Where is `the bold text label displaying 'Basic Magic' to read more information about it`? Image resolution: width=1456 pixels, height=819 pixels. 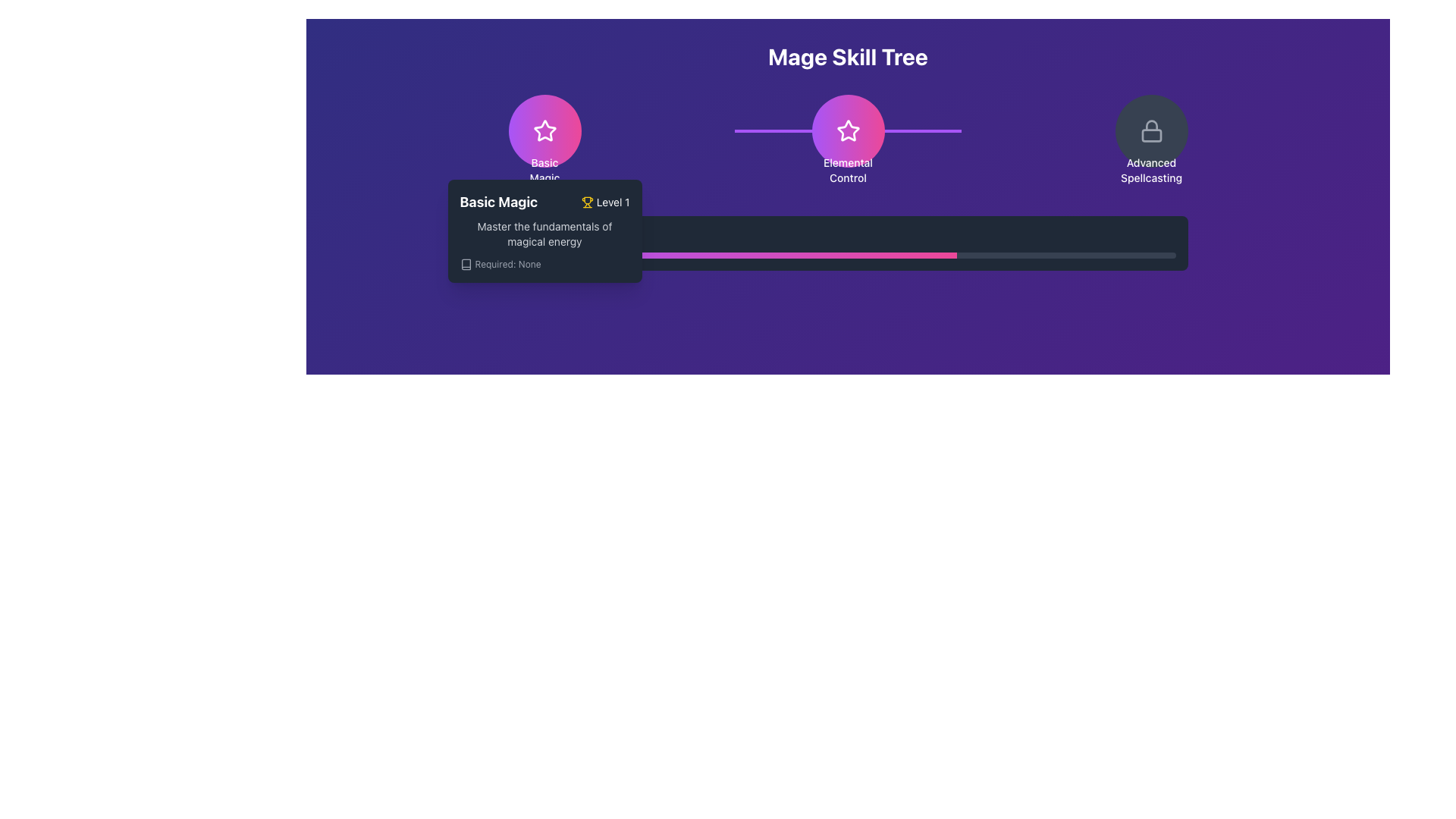
the bold text label displaying 'Basic Magic' to read more information about it is located at coordinates (498, 201).